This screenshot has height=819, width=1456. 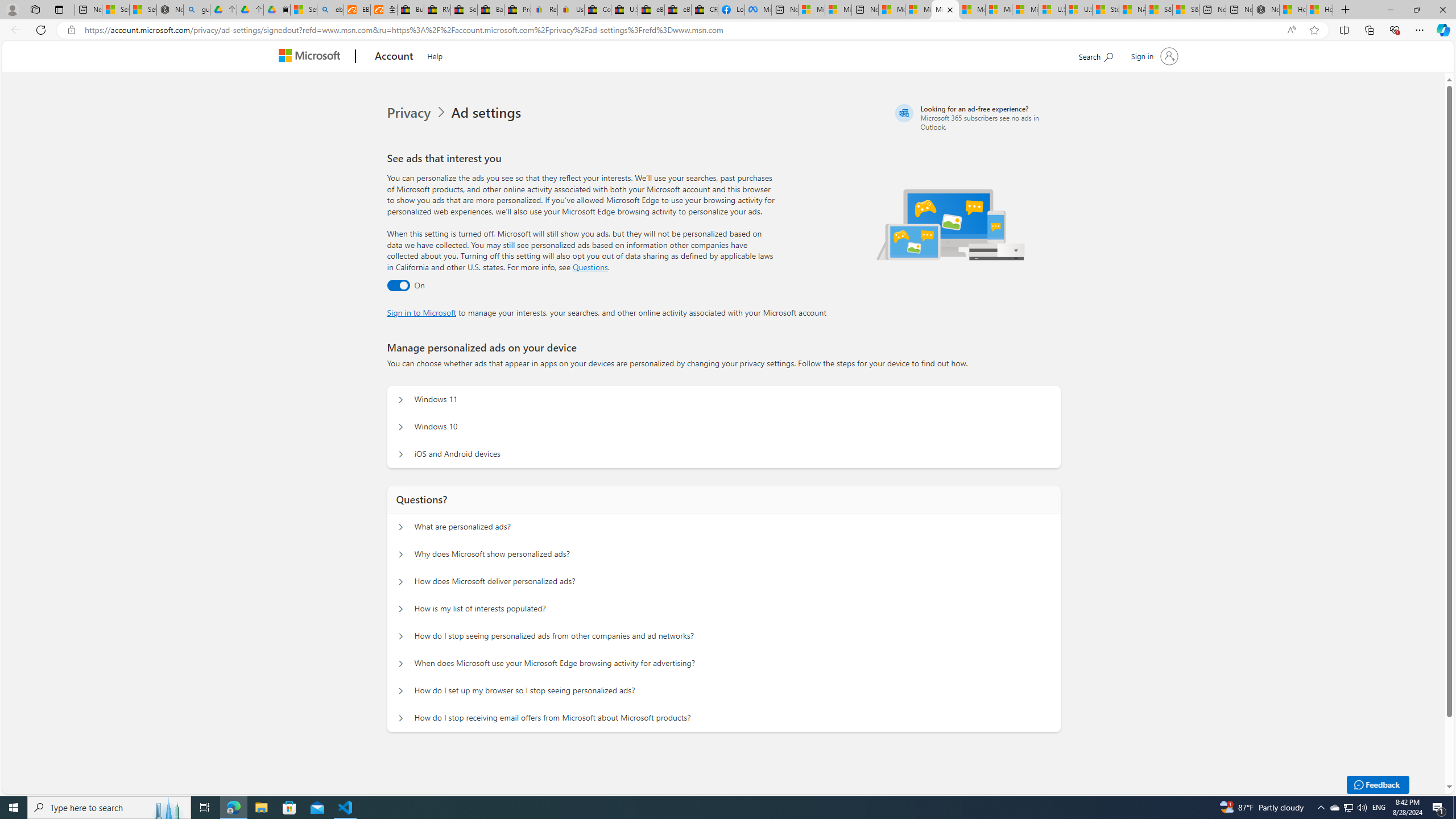 I want to click on 'Press Room - eBay Inc.', so click(x=517, y=9).